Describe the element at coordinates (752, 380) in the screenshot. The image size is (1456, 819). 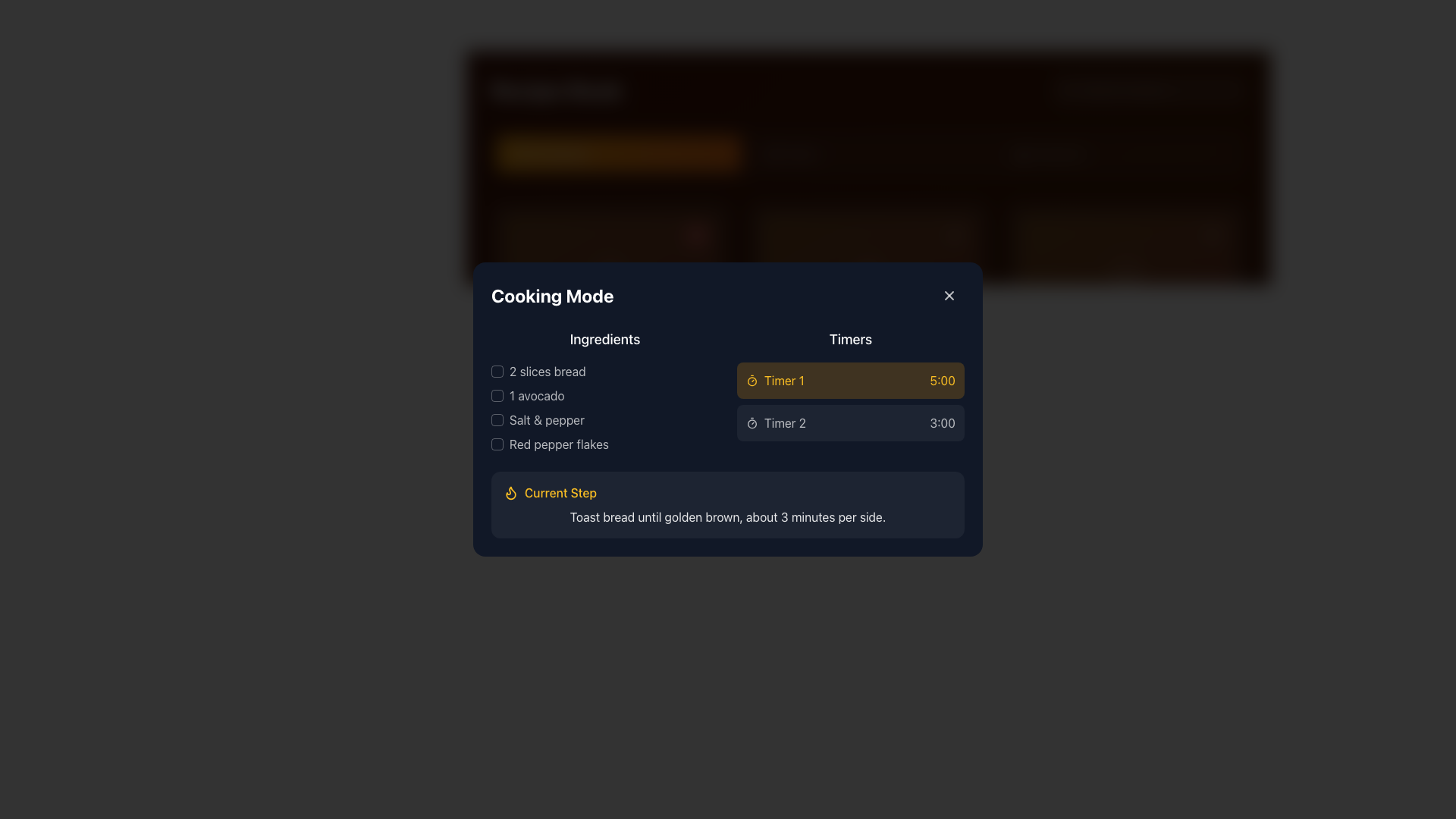
I see `the circular element representing the timer in the 'Cooking Mode' interface, adjacent to 'Timer 1' and '5:00'` at that location.